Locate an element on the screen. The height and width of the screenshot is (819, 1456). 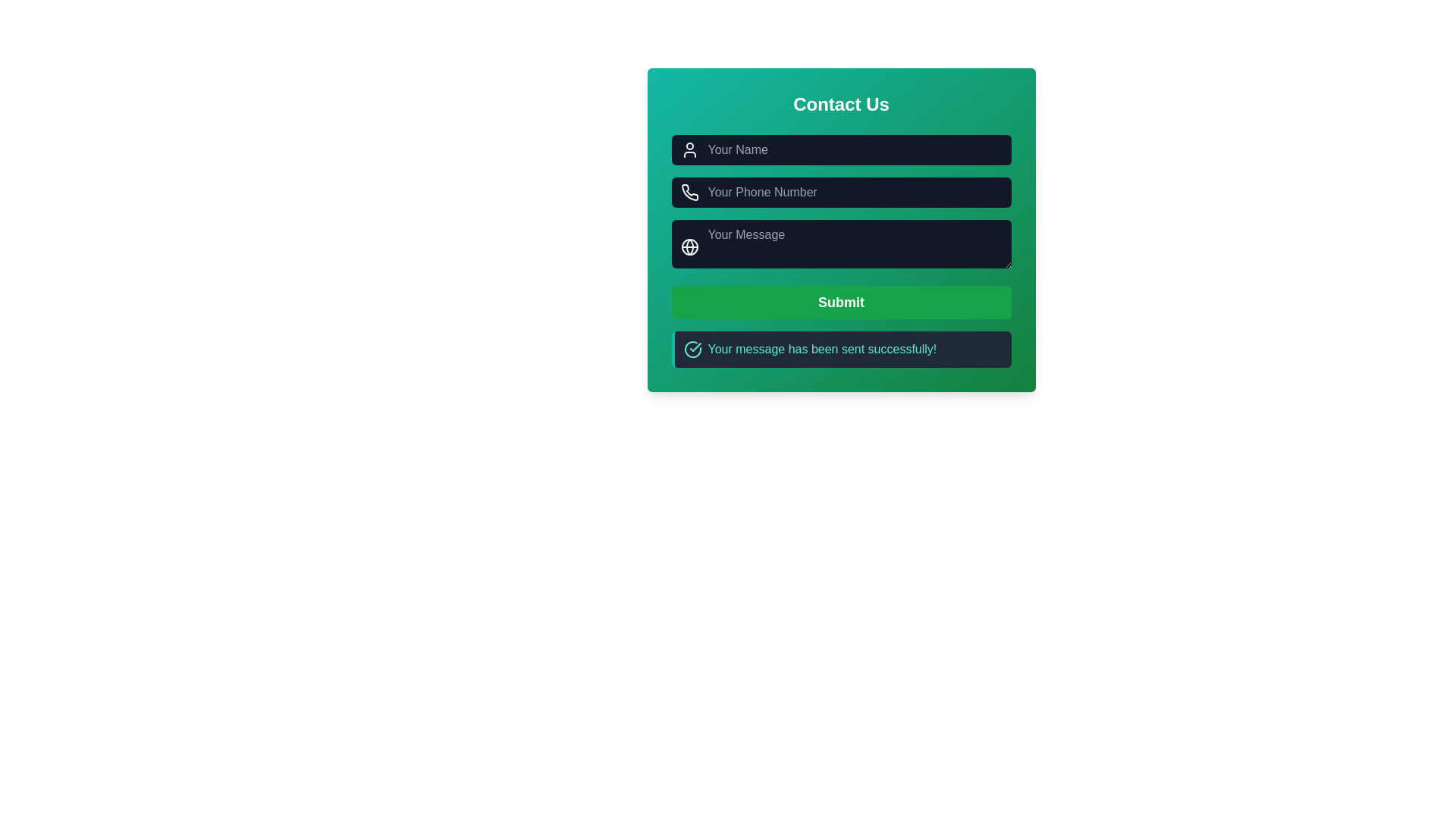
the phone number icon located on the left side of the input field labeled 'Your Phone Number', which visually indicates the purpose of the field is located at coordinates (689, 191).